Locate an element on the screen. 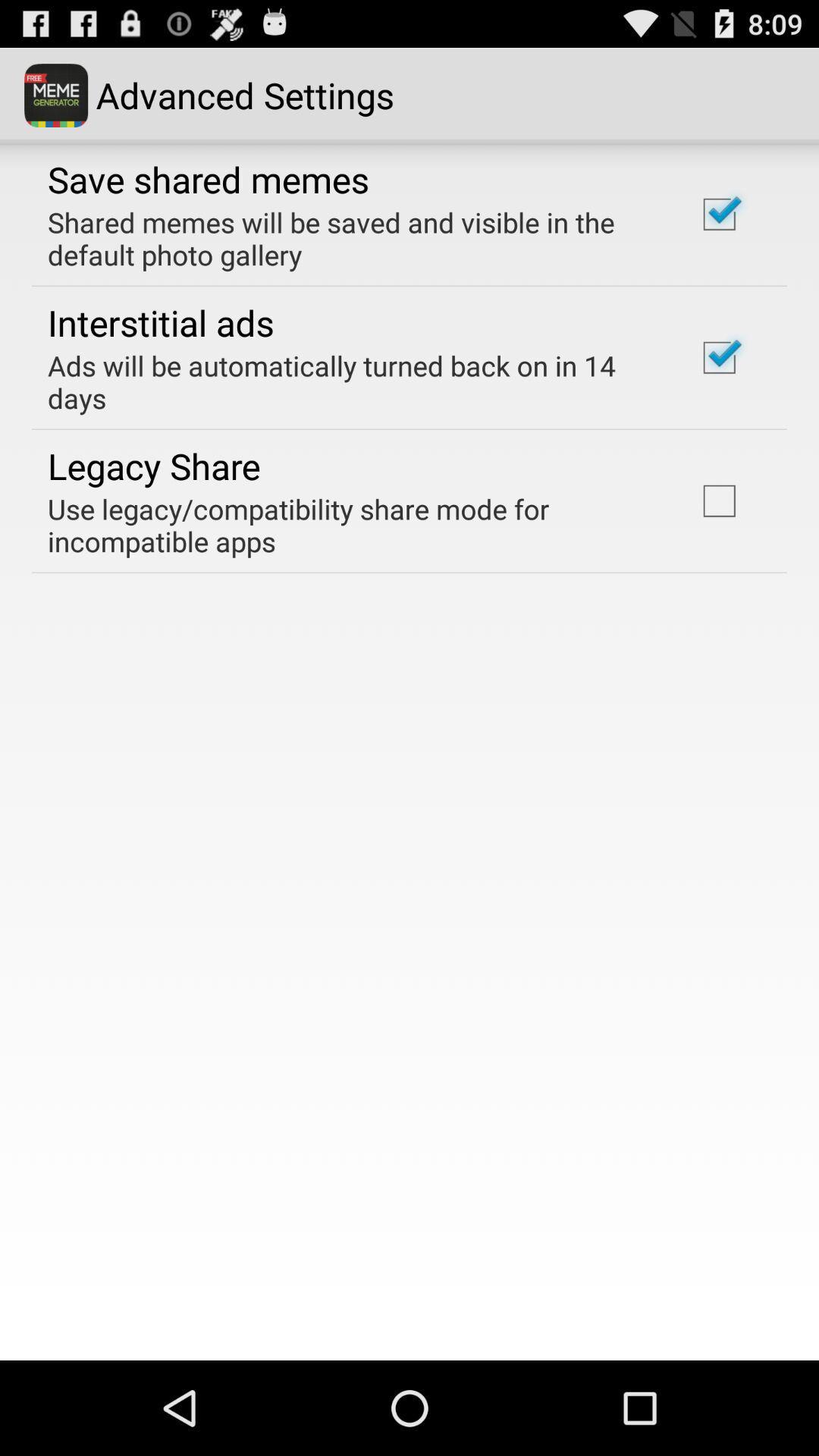 The height and width of the screenshot is (1456, 819). interstitial ads item is located at coordinates (161, 322).